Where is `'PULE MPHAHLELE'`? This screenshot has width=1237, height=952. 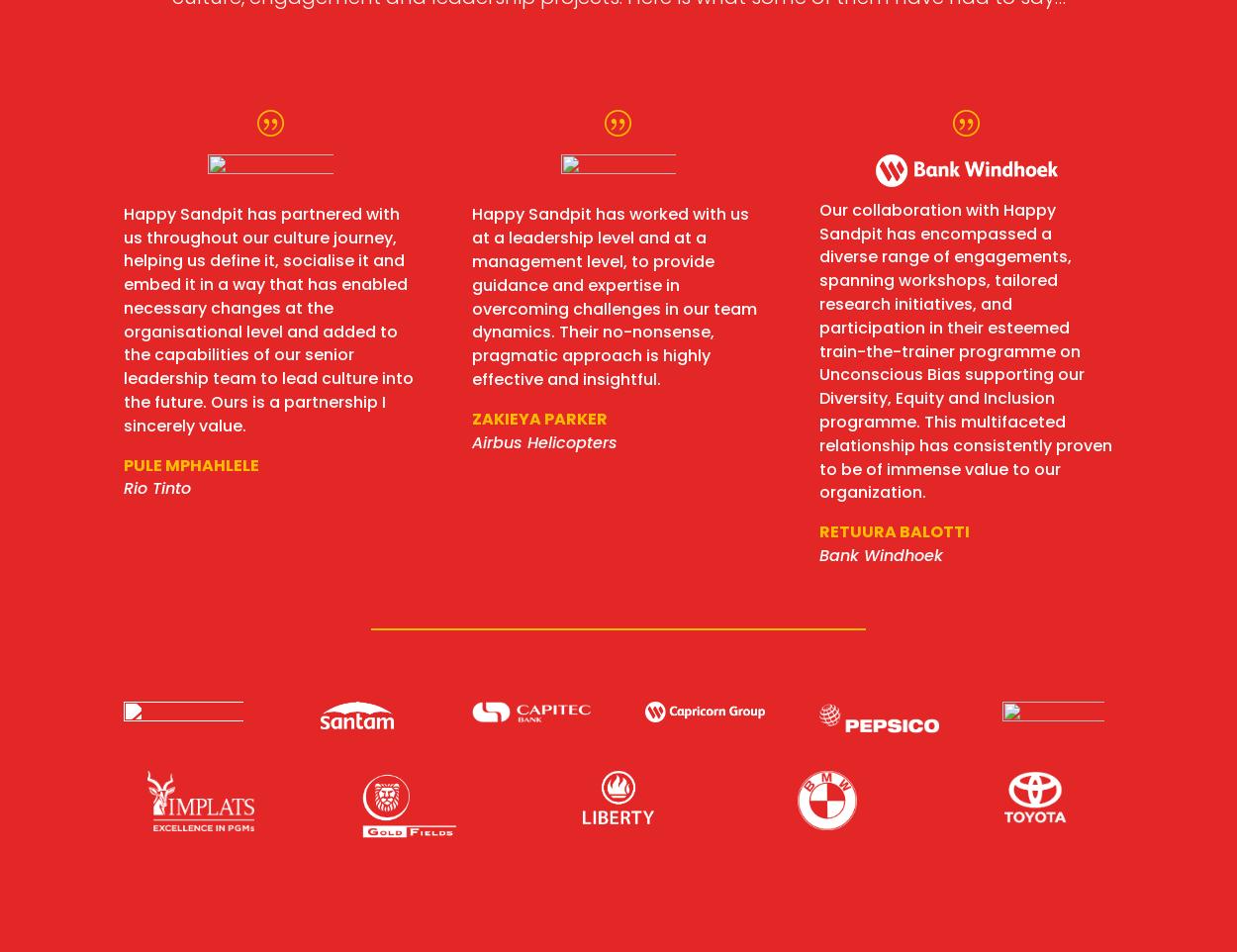
'PULE MPHAHLELE' is located at coordinates (190, 464).